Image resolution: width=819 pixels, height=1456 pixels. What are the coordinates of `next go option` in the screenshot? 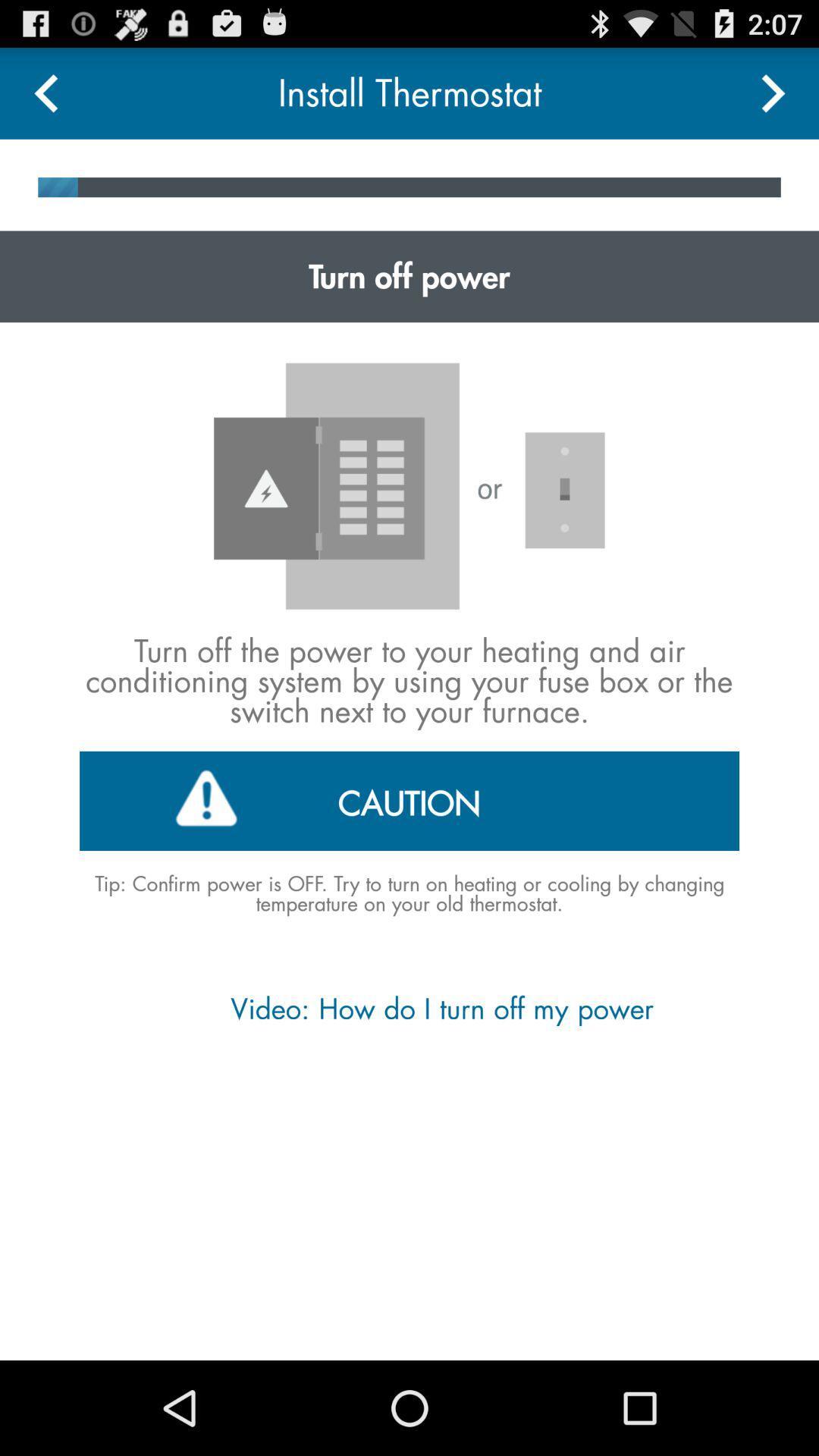 It's located at (773, 93).